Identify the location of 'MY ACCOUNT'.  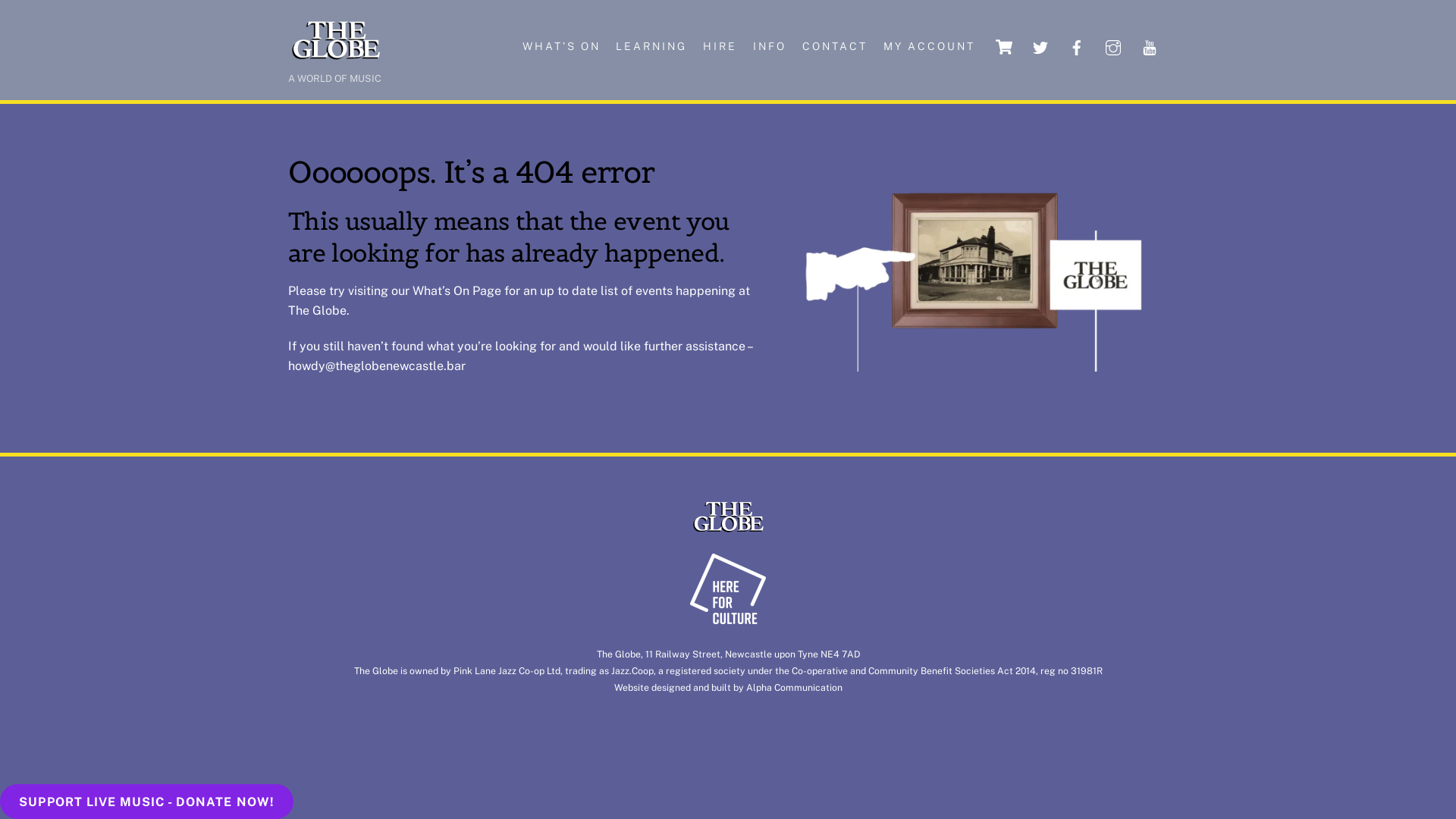
(927, 45).